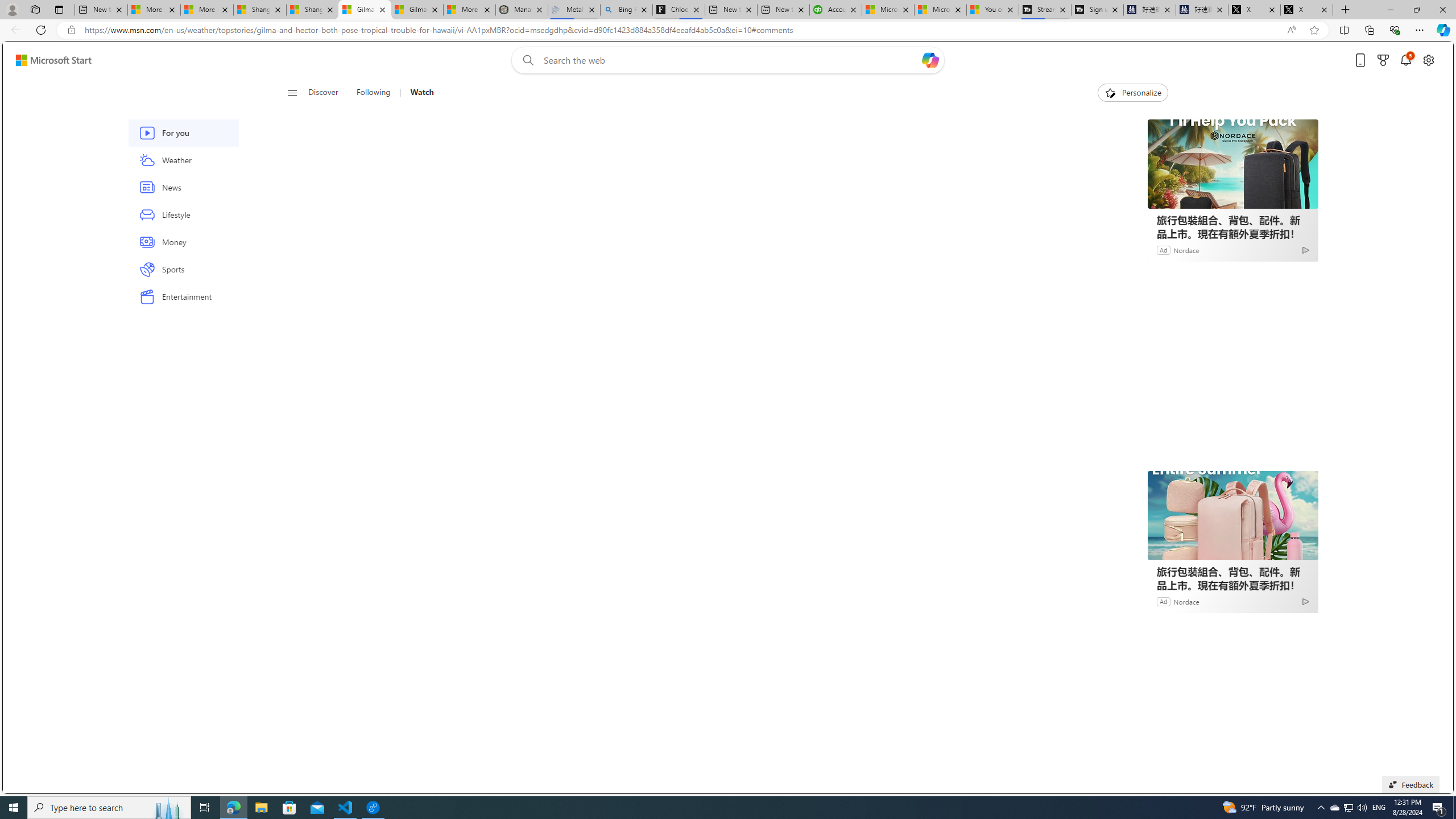 This screenshot has height=819, width=1456. What do you see at coordinates (49, 59) in the screenshot?
I see `'Skip to content'` at bounding box center [49, 59].